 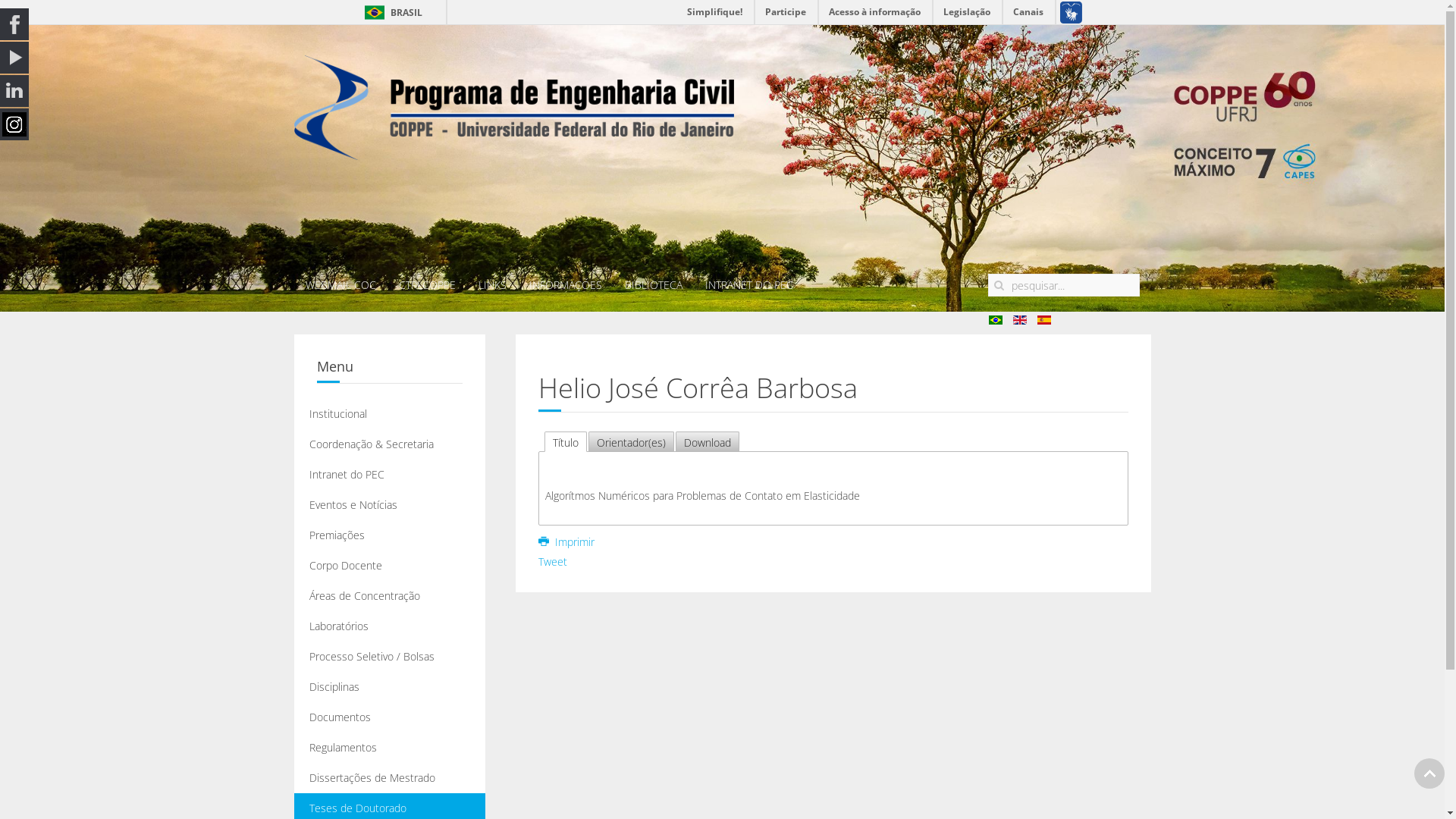 I want to click on 'BRASIL', so click(x=390, y=12).